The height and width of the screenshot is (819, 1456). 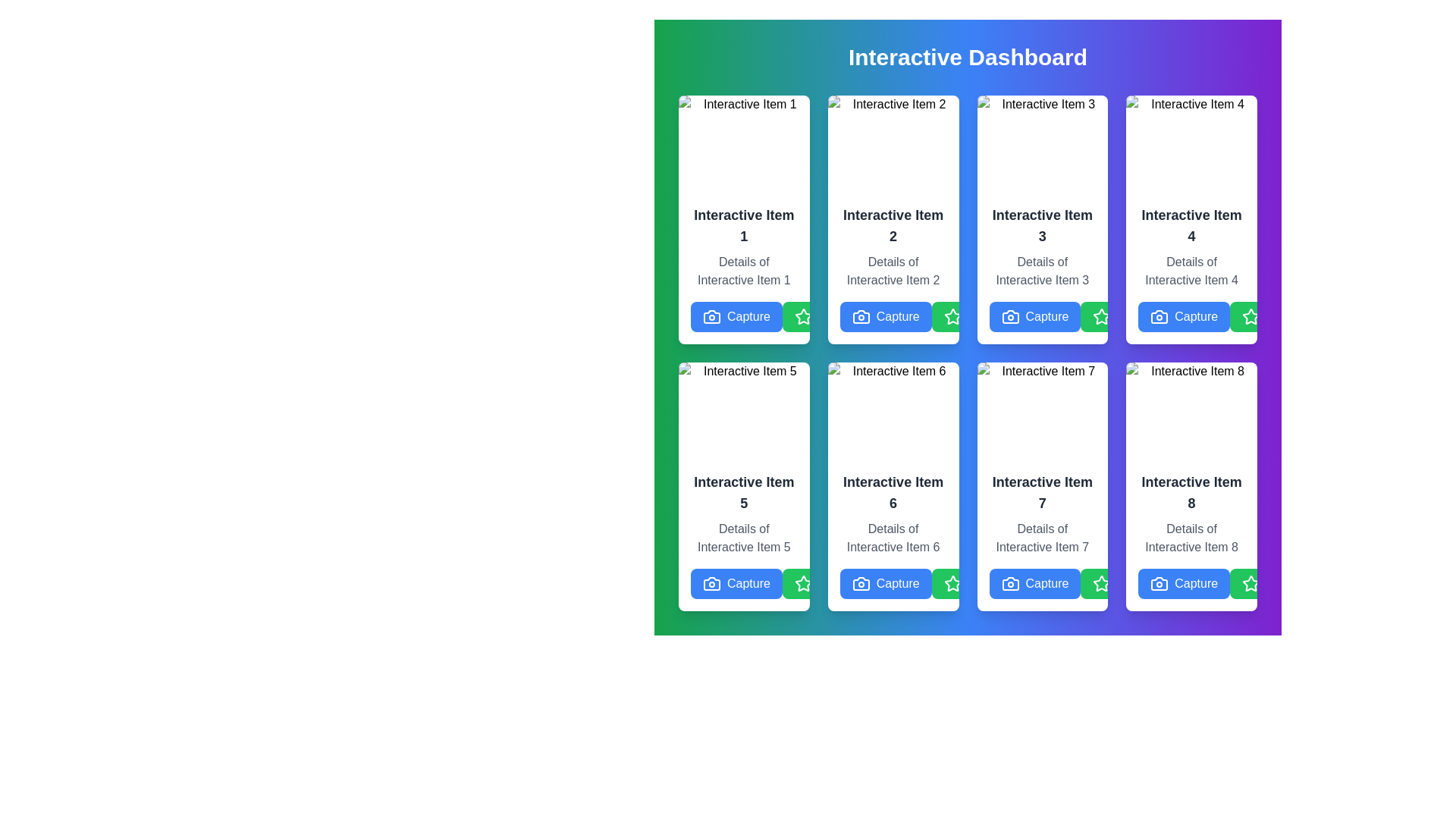 What do you see at coordinates (1191, 537) in the screenshot?
I see `the static text element that provides descriptive details about 'Interactive Item 8', located below its header and above the action buttons` at bounding box center [1191, 537].